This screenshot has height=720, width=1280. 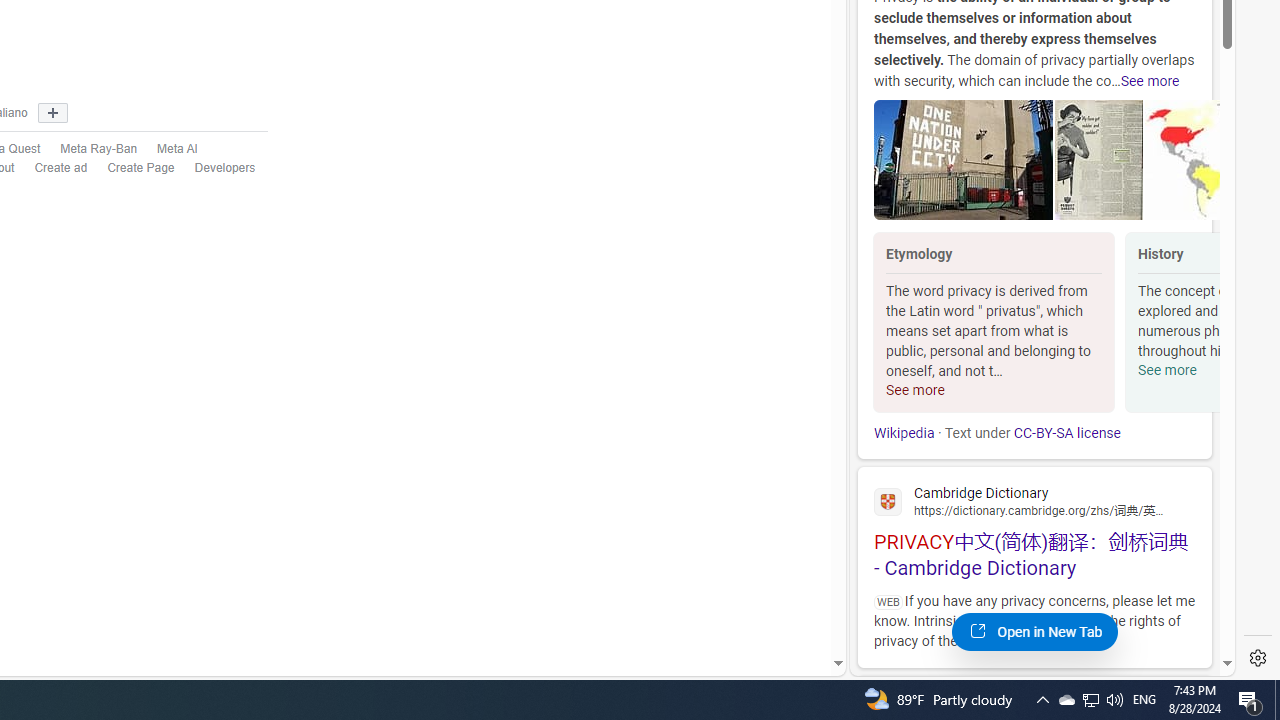 What do you see at coordinates (177, 148) in the screenshot?
I see `'Meta AI'` at bounding box center [177, 148].